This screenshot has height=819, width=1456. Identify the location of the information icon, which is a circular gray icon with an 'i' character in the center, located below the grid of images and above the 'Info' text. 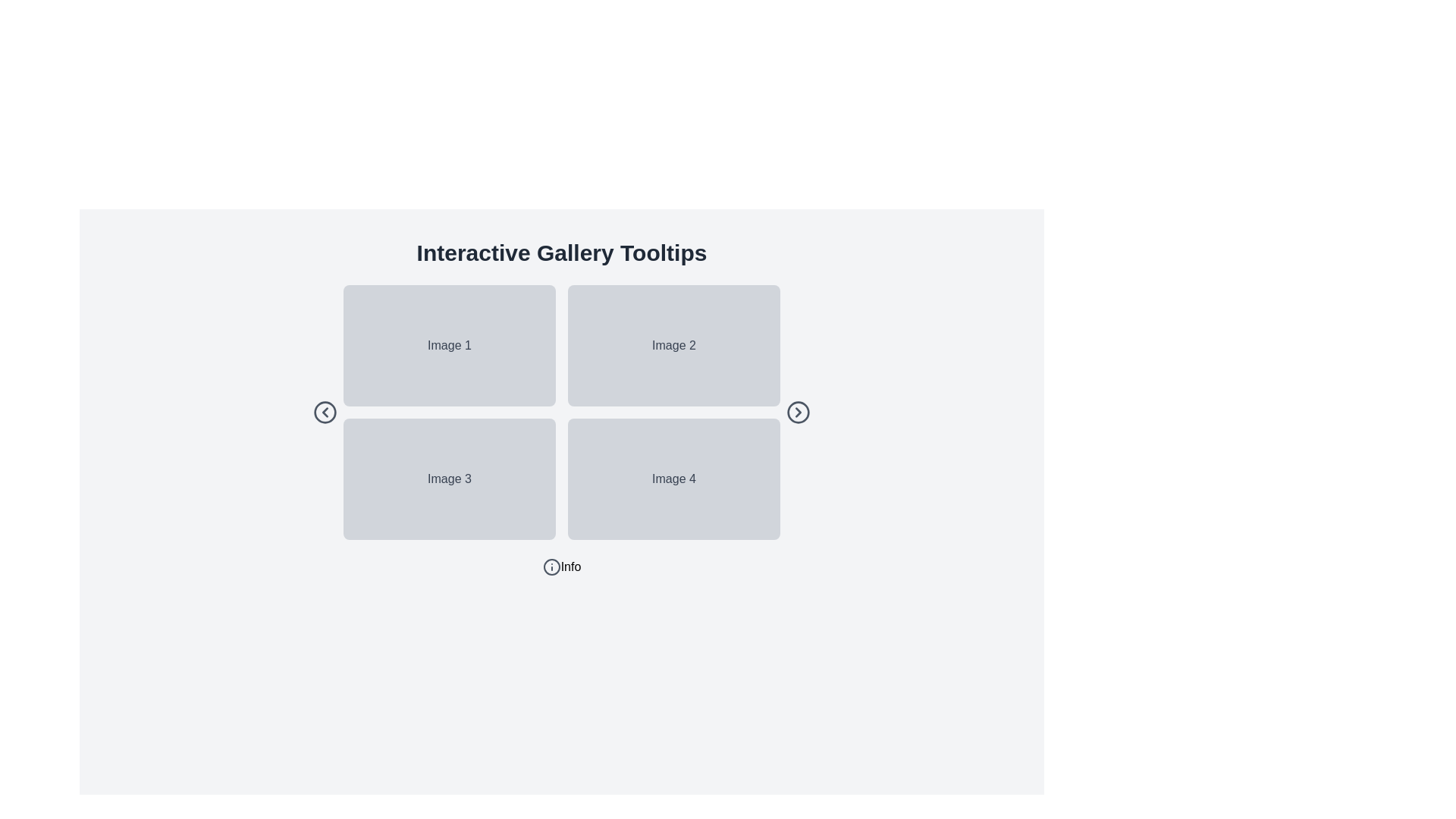
(551, 567).